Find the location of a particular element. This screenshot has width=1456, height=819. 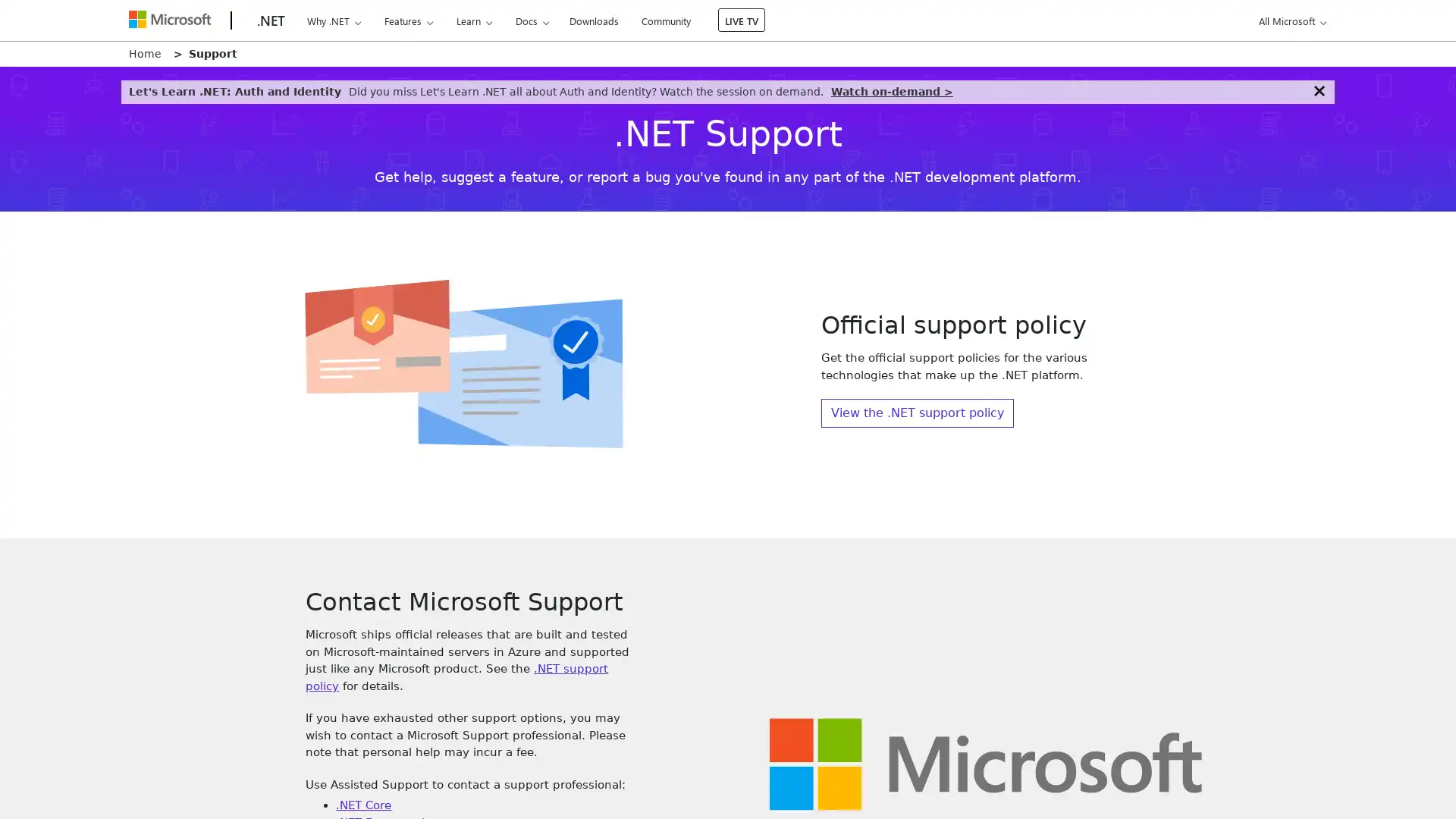

close is located at coordinates (1318, 90).